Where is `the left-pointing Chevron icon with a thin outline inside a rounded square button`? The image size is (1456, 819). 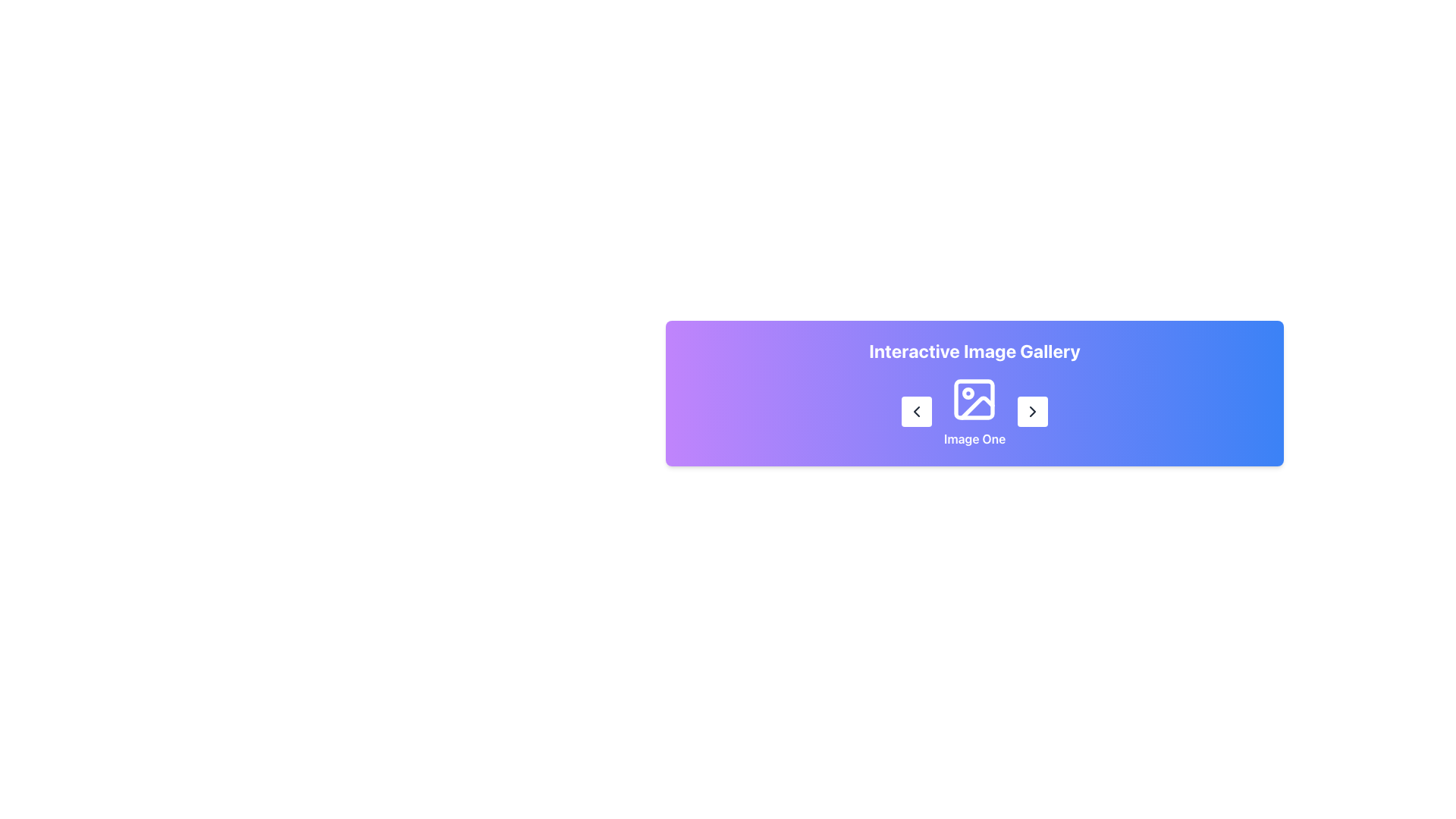
the left-pointing Chevron icon with a thin outline inside a rounded square button is located at coordinates (915, 412).